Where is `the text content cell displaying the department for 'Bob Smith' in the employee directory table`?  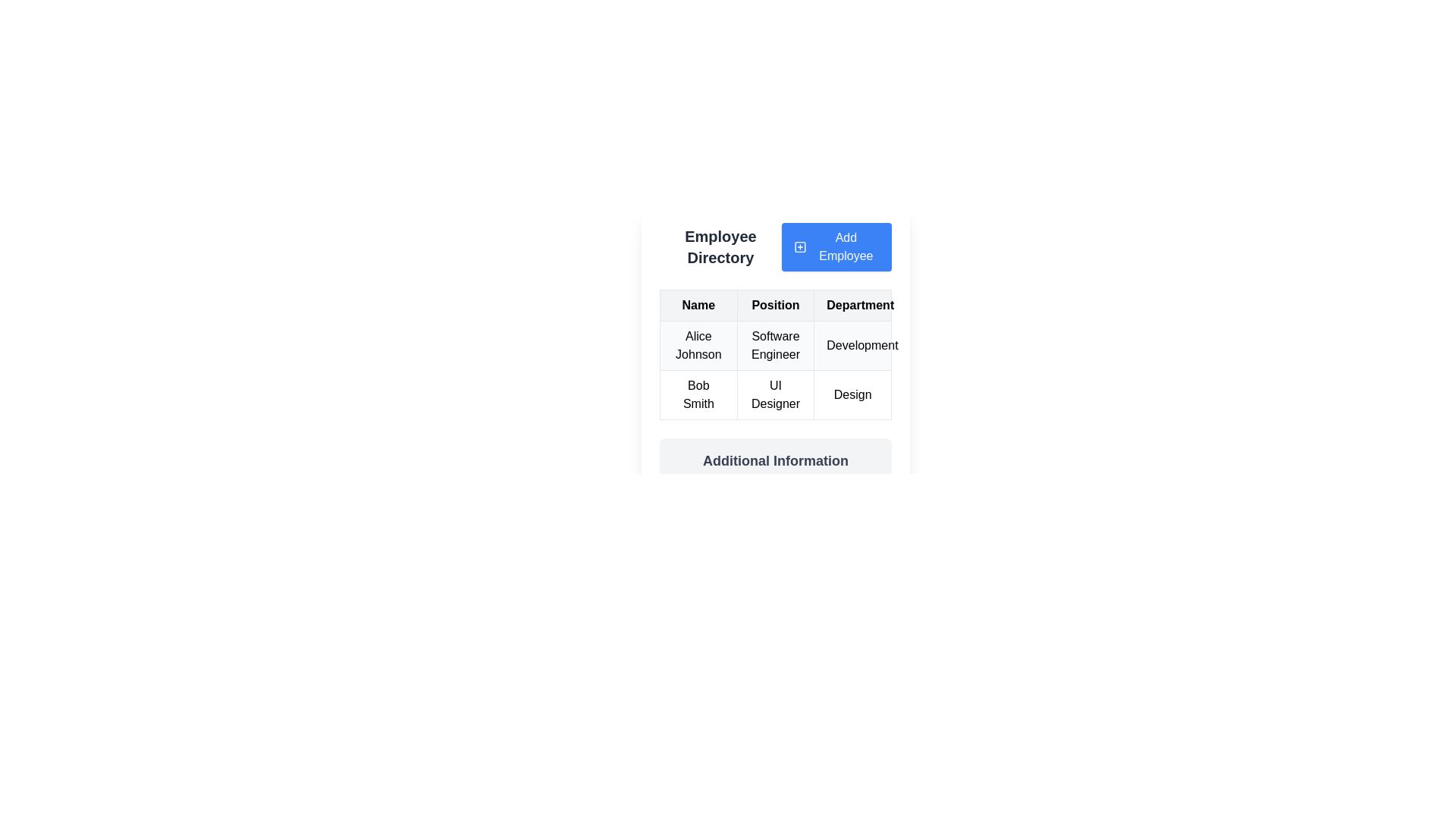
the text content cell displaying the department for 'Bob Smith' in the employee directory table is located at coordinates (852, 394).